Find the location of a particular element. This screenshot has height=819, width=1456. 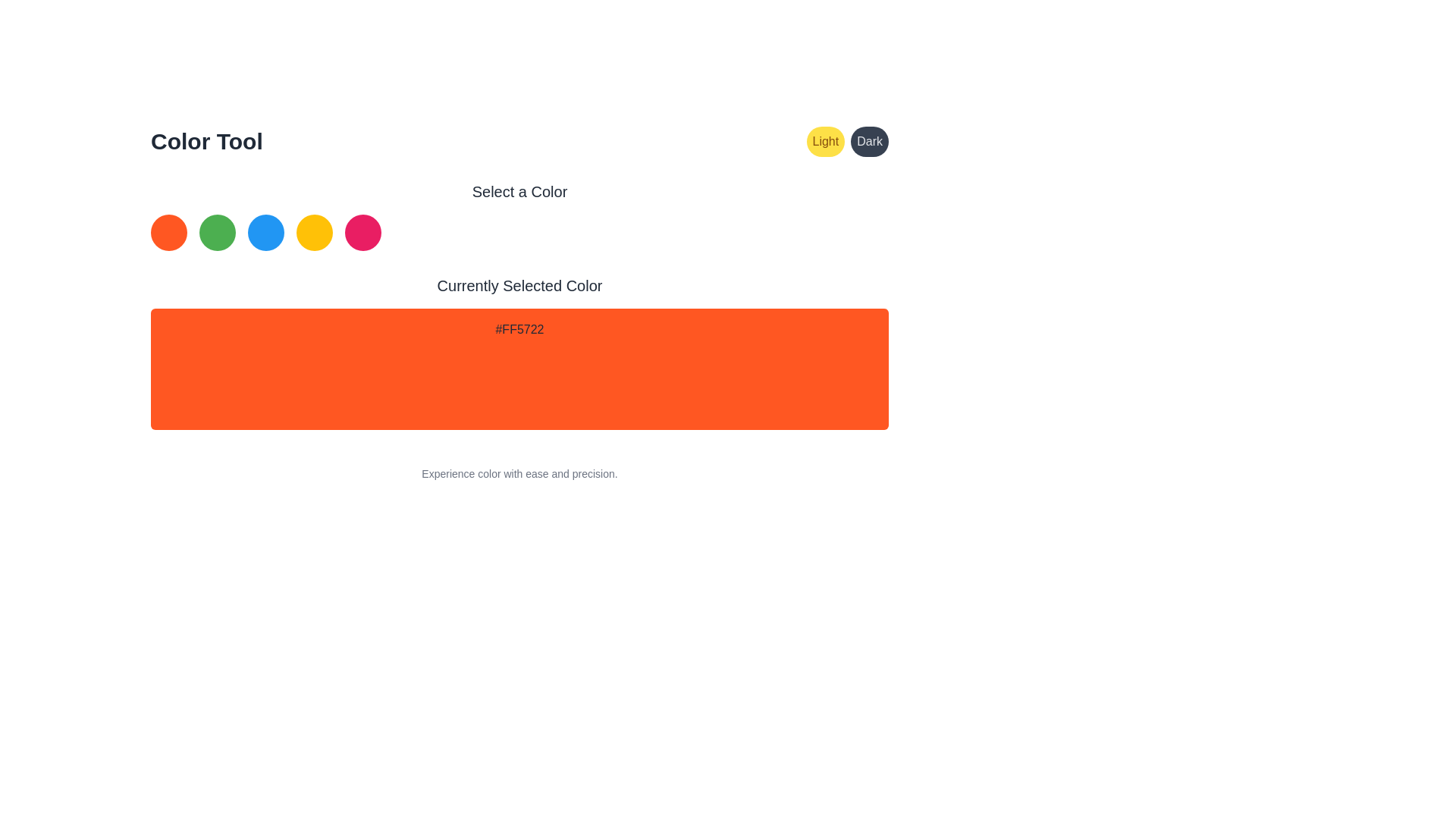

the fifth circular button from the left that allows users to select a magenta color is located at coordinates (362, 233).